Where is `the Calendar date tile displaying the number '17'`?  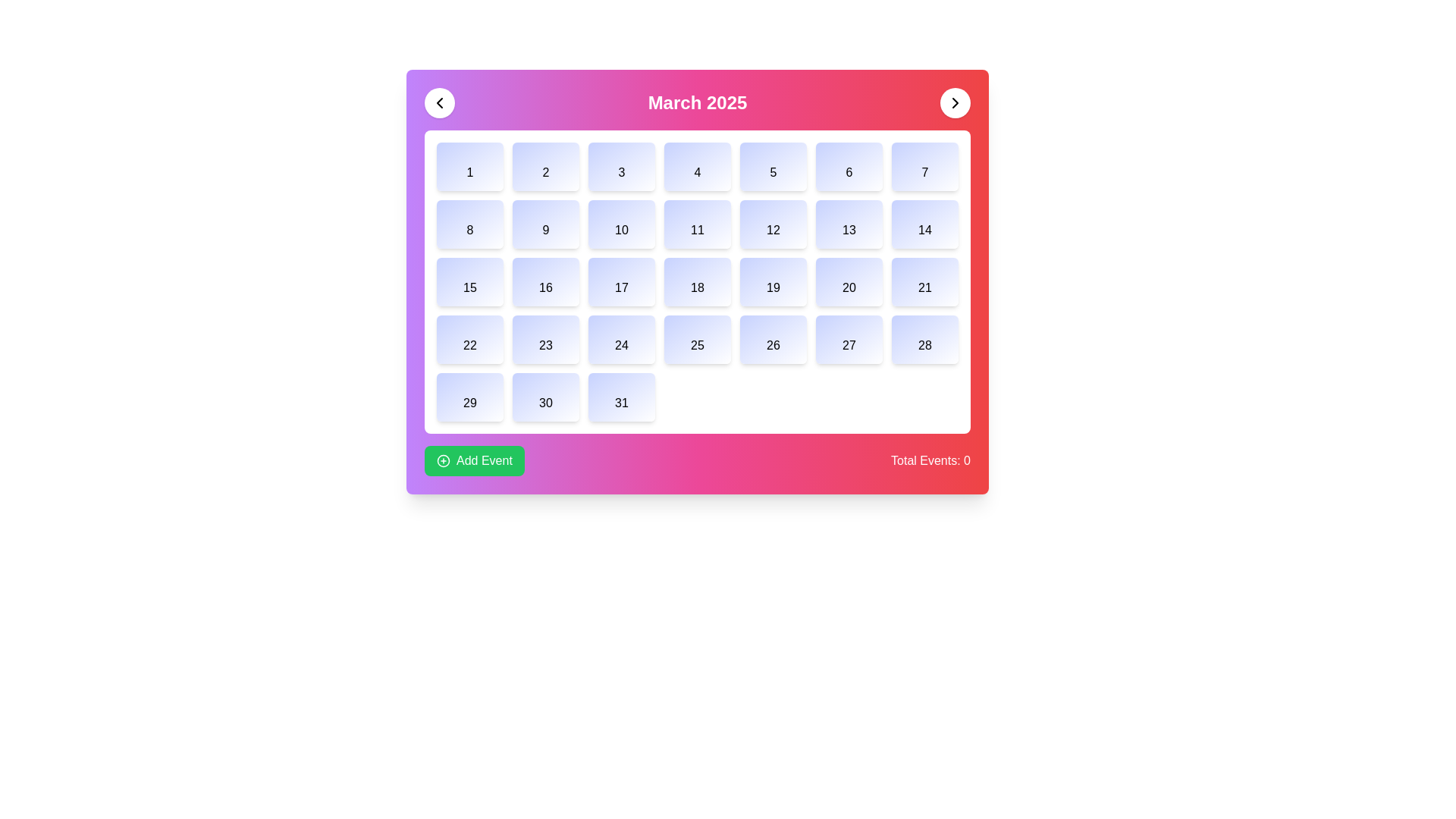
the Calendar date tile displaying the number '17' is located at coordinates (622, 281).